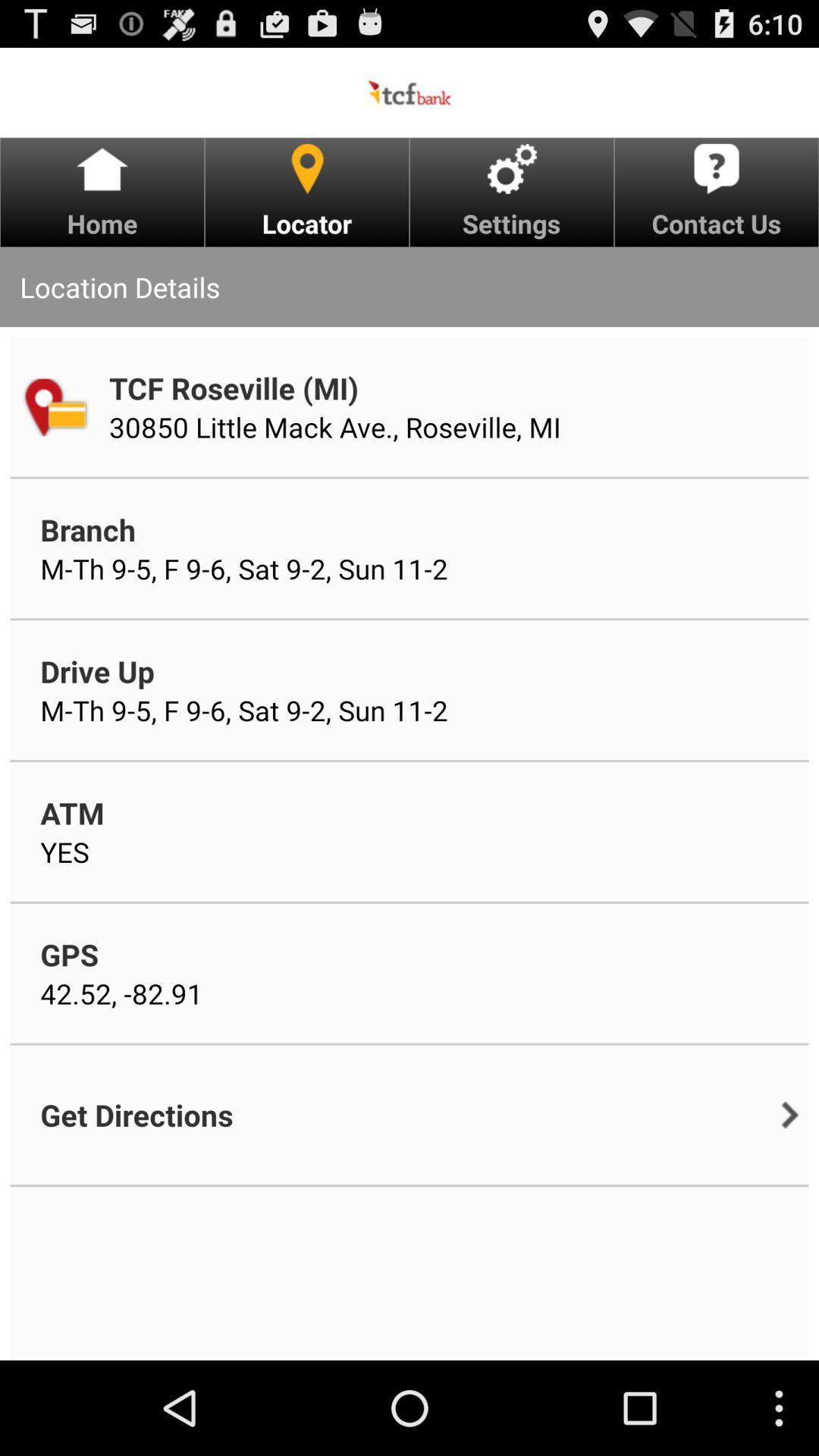  Describe the element at coordinates (54, 406) in the screenshot. I see `app below the location details icon` at that location.